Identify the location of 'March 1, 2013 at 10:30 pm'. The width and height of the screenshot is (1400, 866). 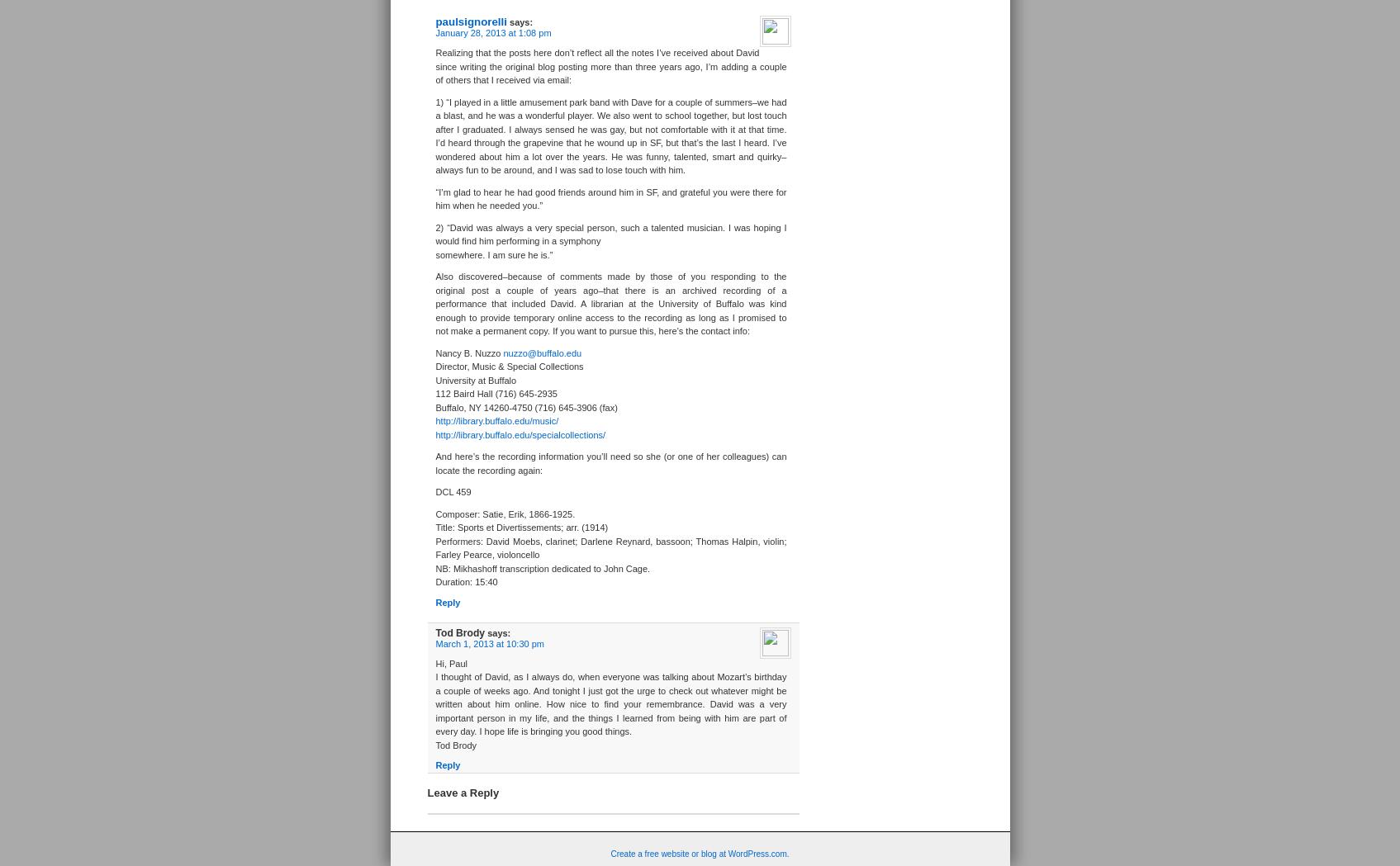
(488, 642).